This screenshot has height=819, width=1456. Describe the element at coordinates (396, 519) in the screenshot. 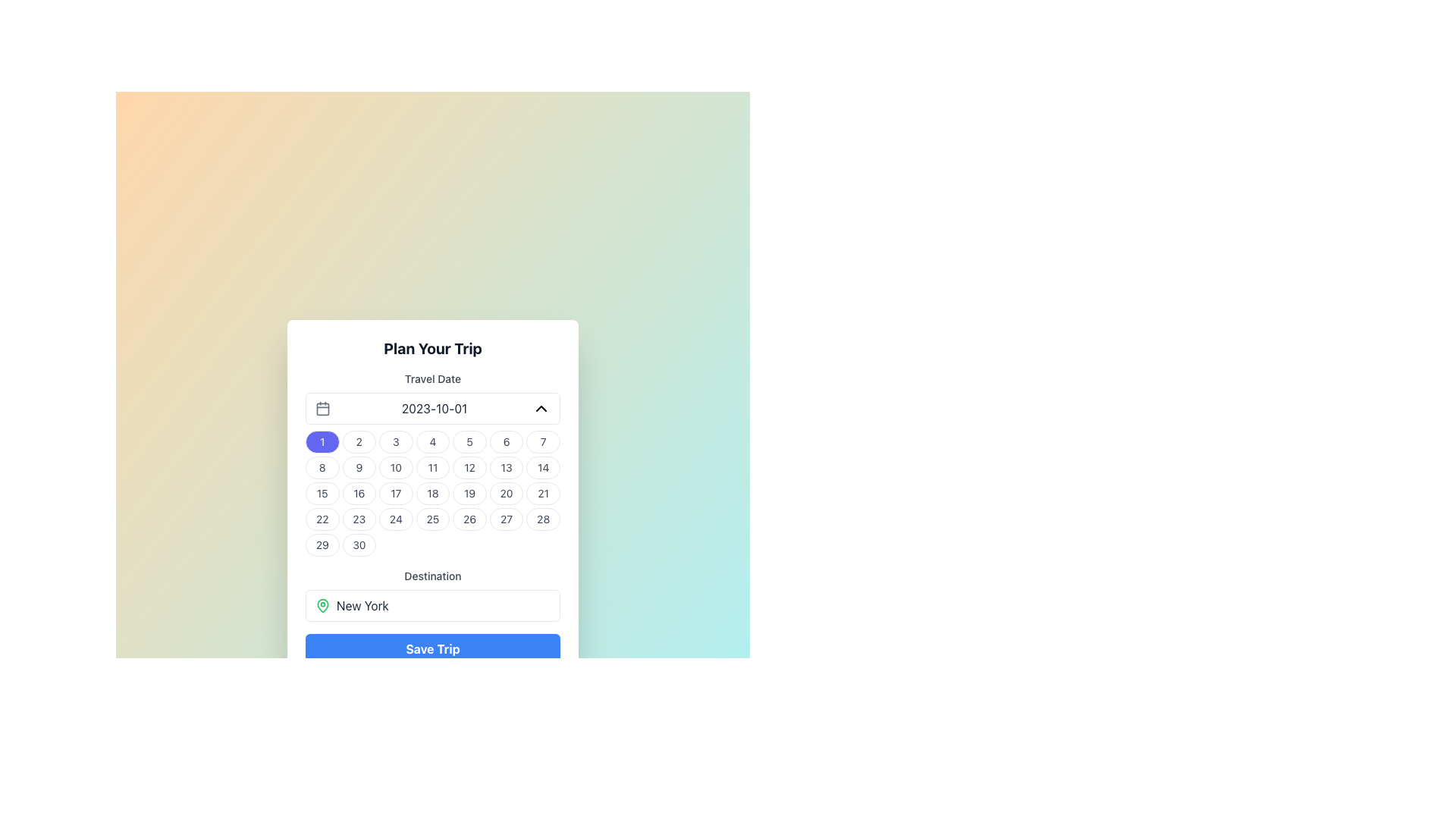

I see `the circular button labeled '24' in the calendar interface under 'Plan Your Trip'` at that location.